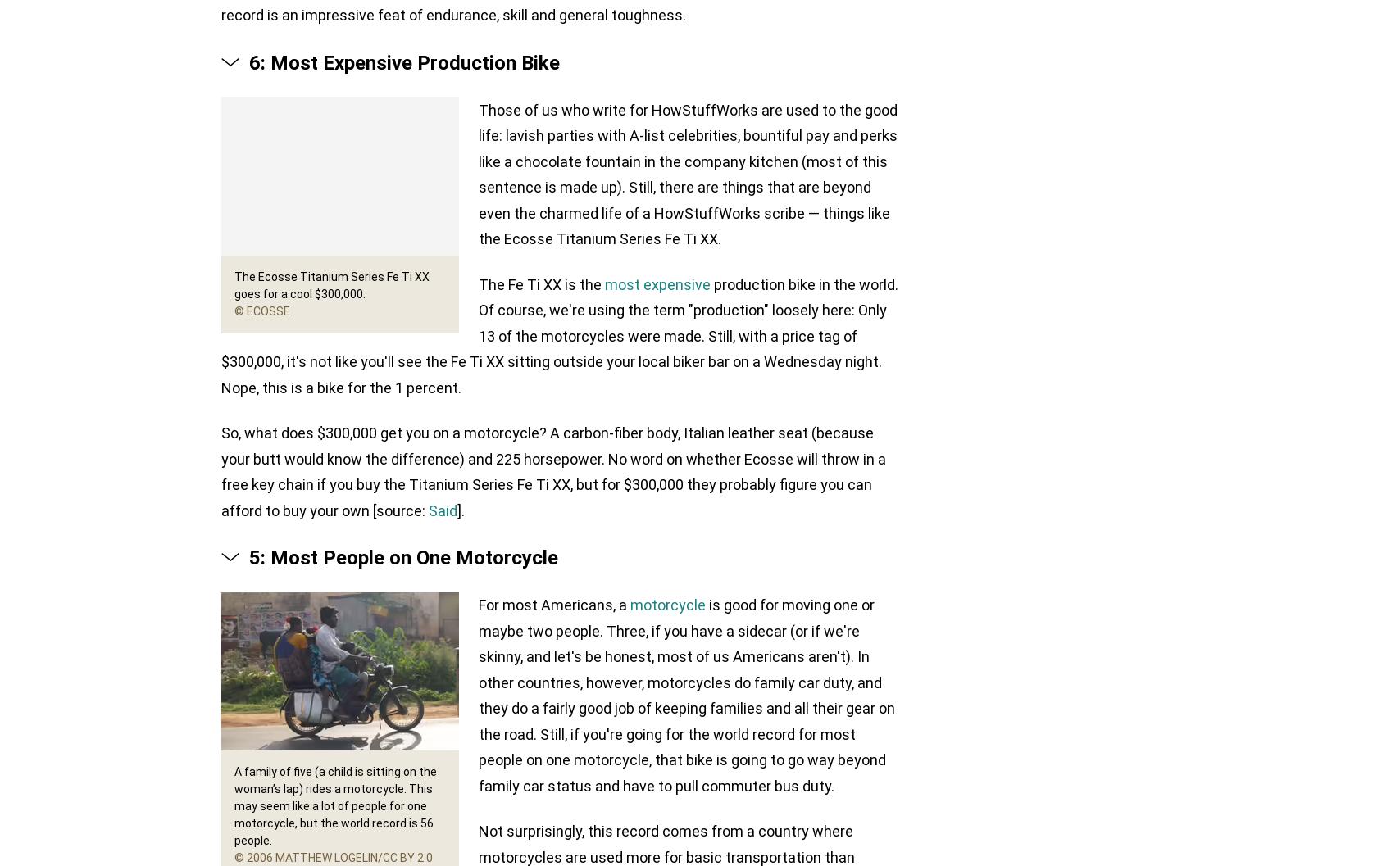 The height and width of the screenshot is (866, 1400). What do you see at coordinates (668, 604) in the screenshot?
I see `'motorcycle'` at bounding box center [668, 604].